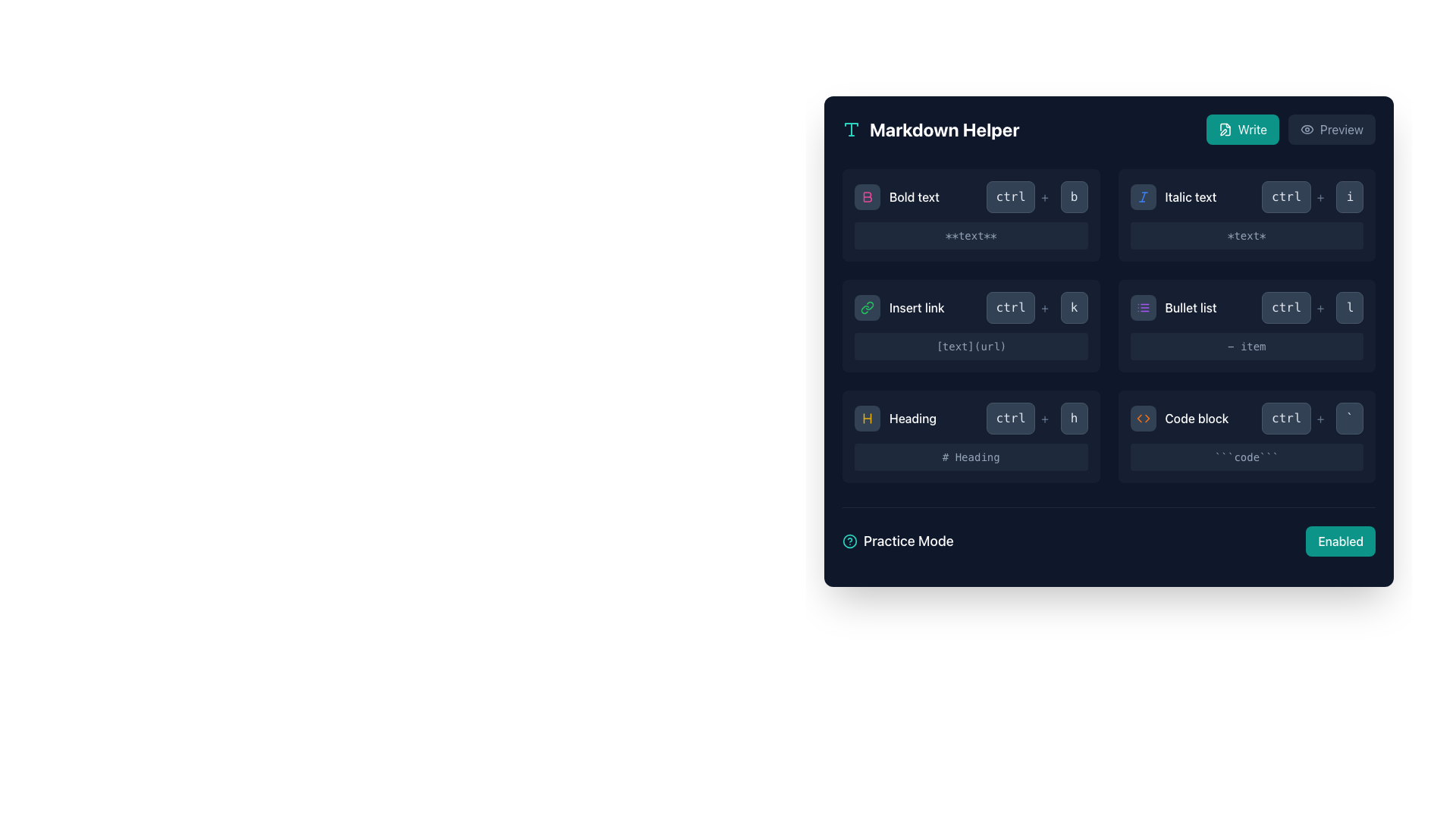  I want to click on the text label representing the 'ctrl' key, which is styled as a button and positioned in the top right corner of the highlighted card on the 'Insert link' row, so click(1010, 307).